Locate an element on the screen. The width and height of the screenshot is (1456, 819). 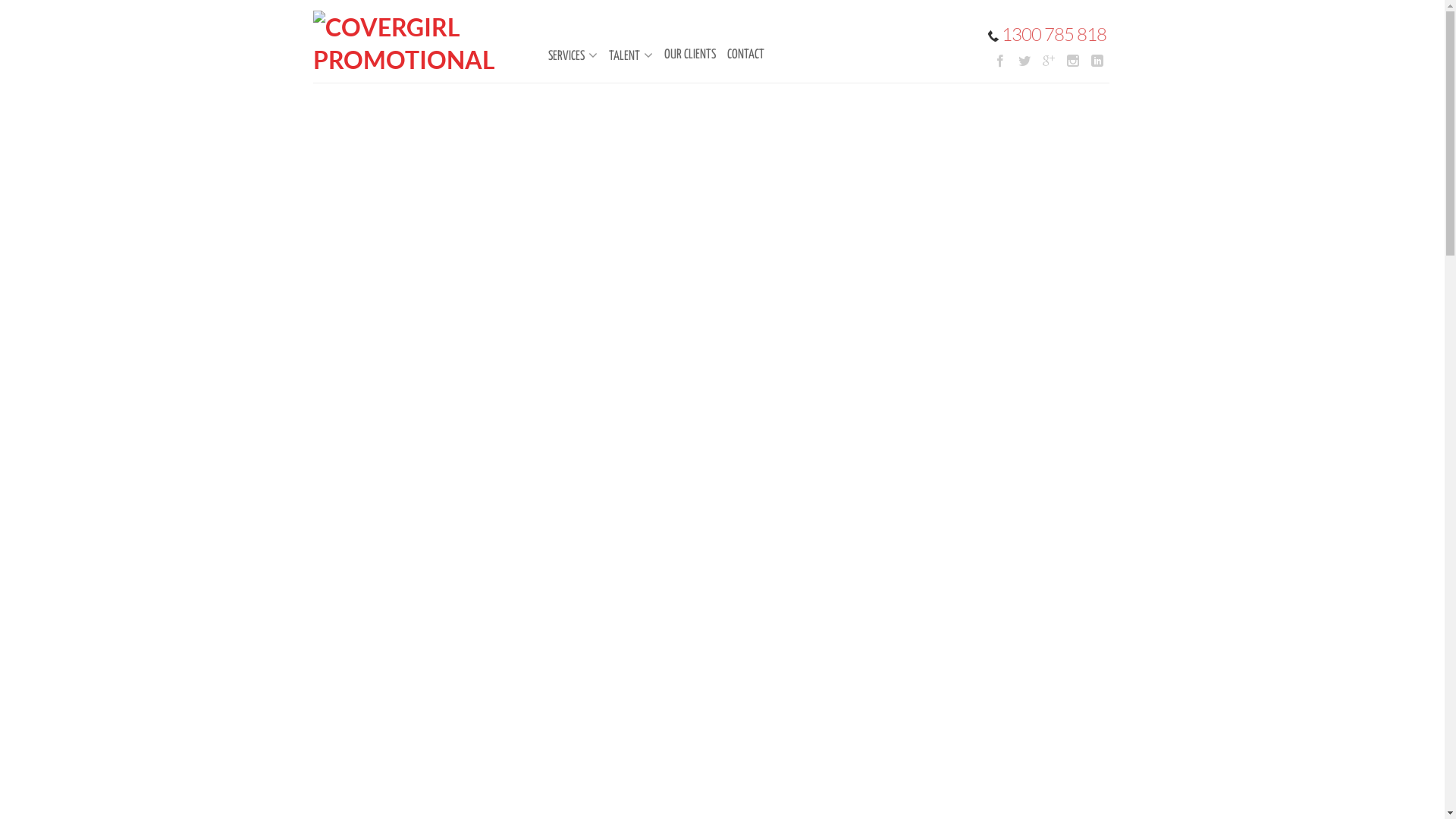
'TALENT' is located at coordinates (622, 55).